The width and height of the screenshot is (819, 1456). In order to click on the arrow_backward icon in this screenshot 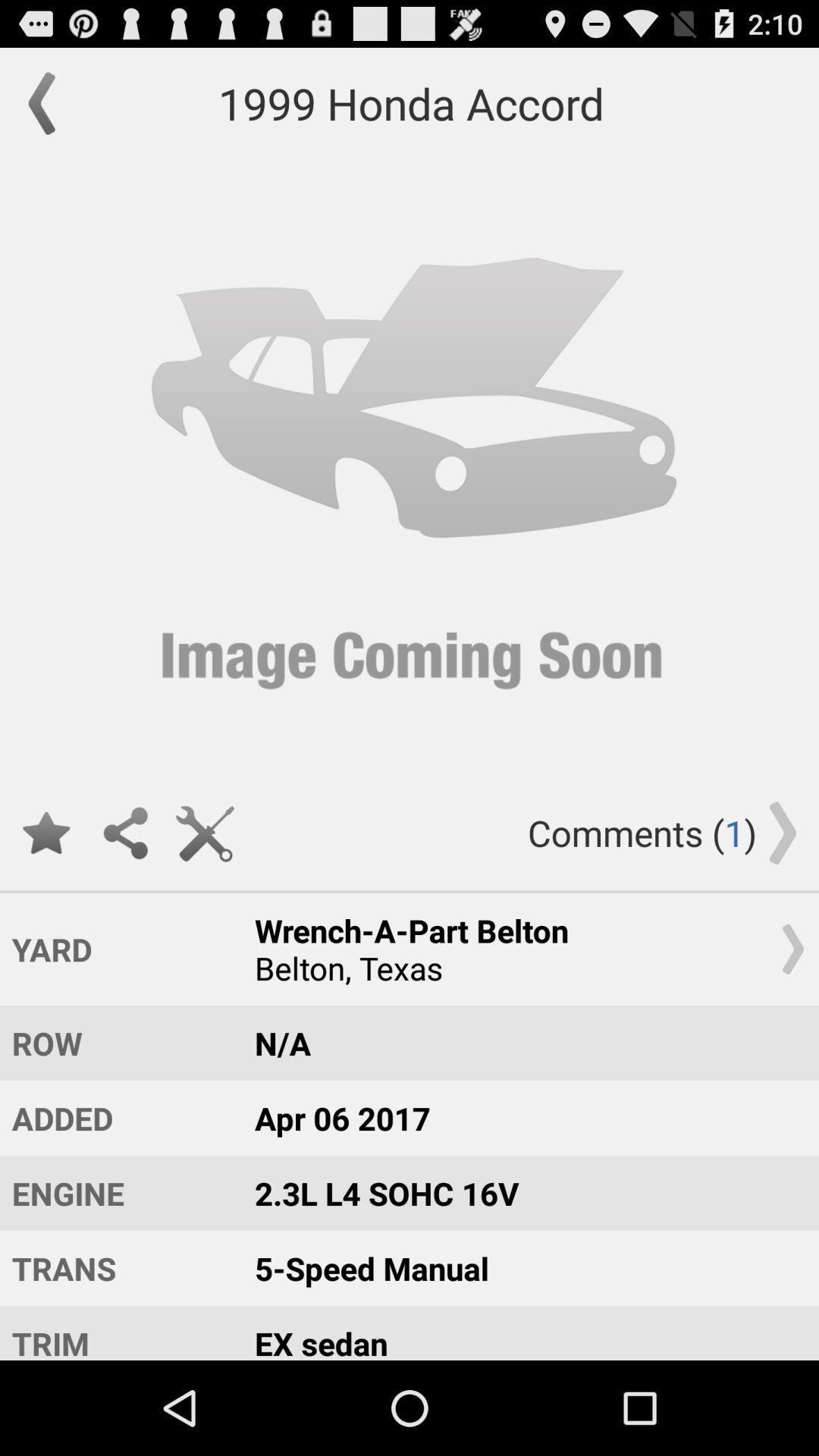, I will do `click(49, 110)`.